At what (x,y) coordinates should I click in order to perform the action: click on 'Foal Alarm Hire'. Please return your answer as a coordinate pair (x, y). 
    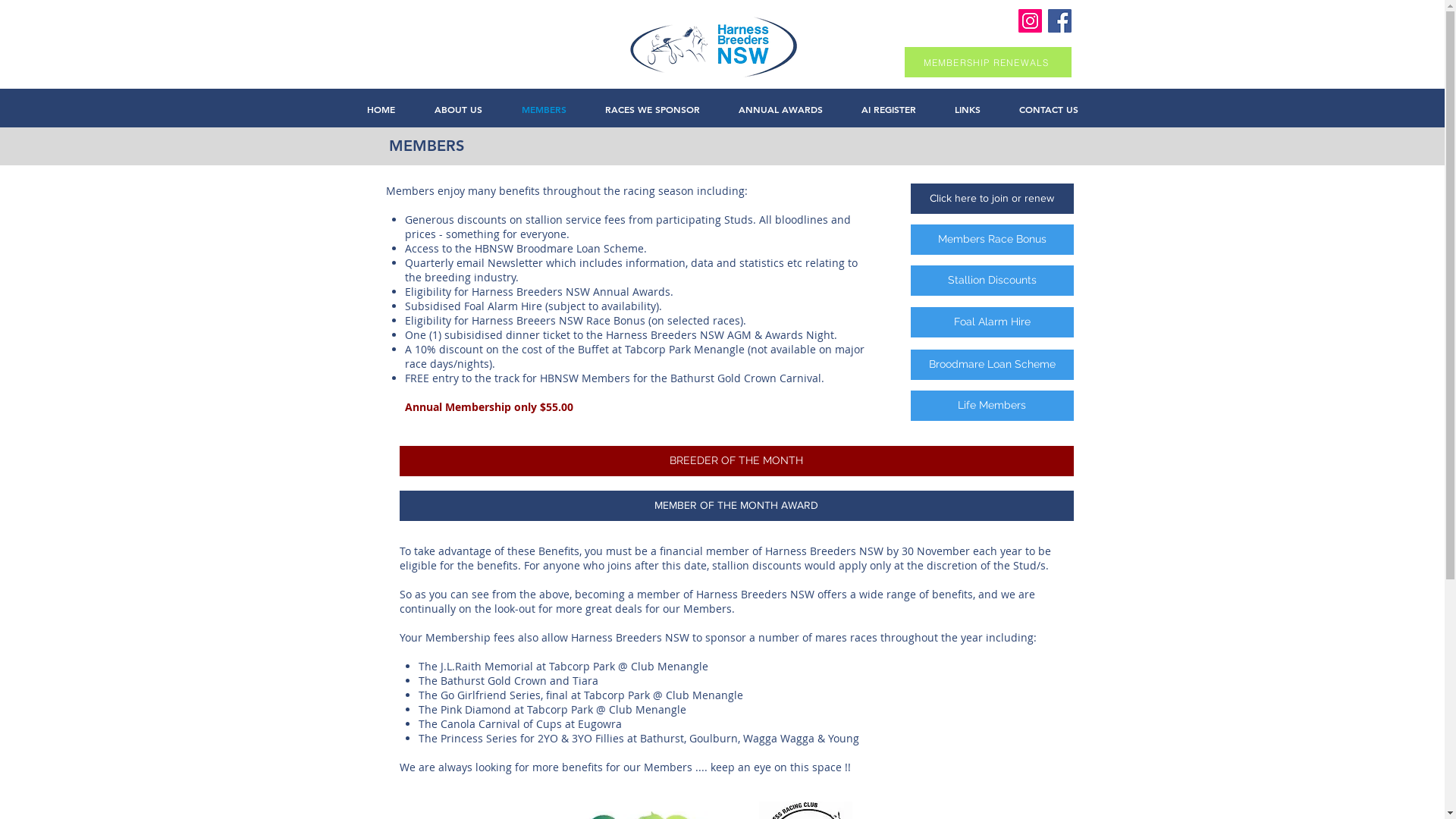
    Looking at the image, I should click on (991, 321).